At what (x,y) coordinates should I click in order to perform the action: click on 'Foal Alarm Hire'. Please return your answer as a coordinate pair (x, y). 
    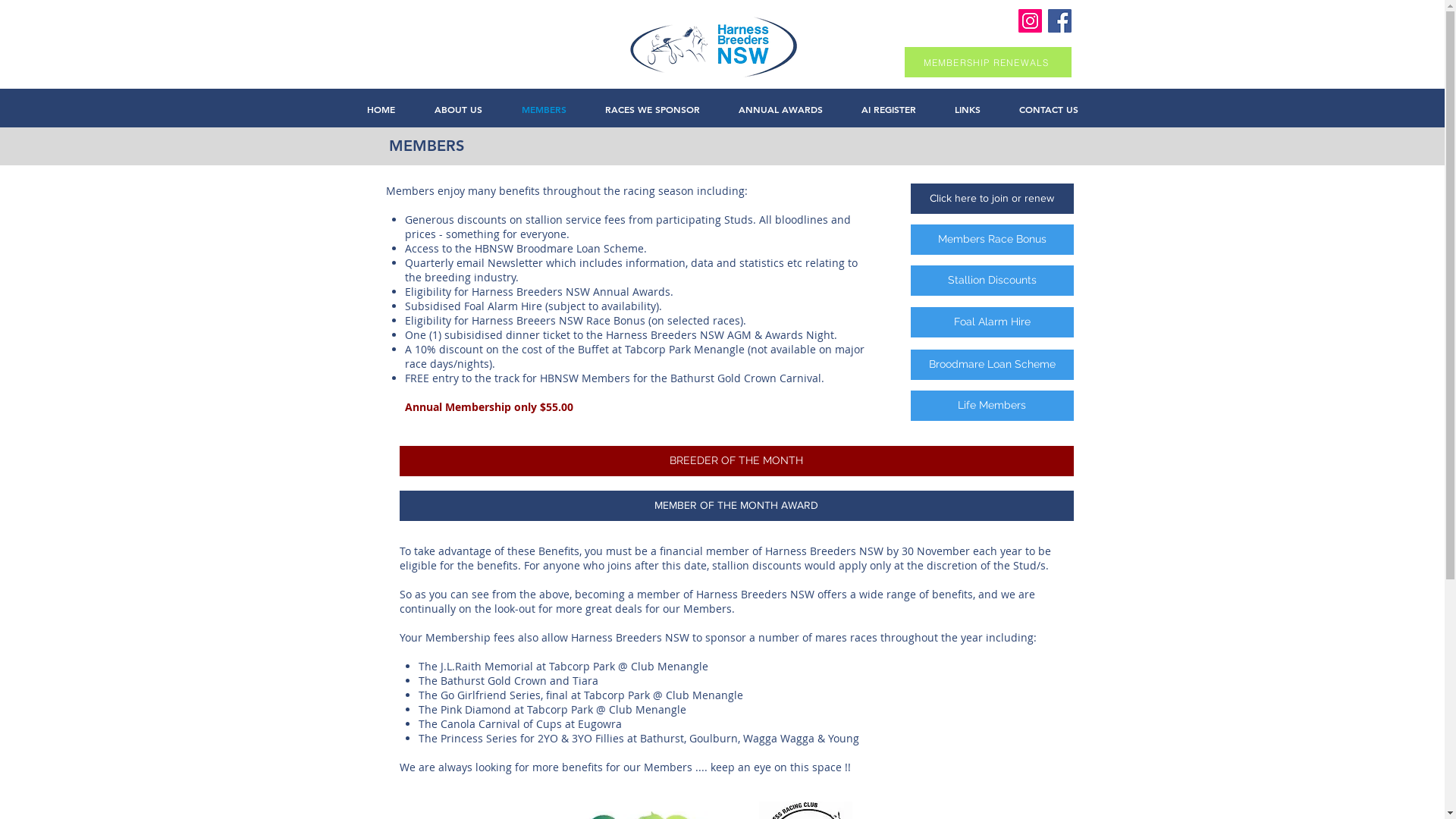
    Looking at the image, I should click on (991, 321).